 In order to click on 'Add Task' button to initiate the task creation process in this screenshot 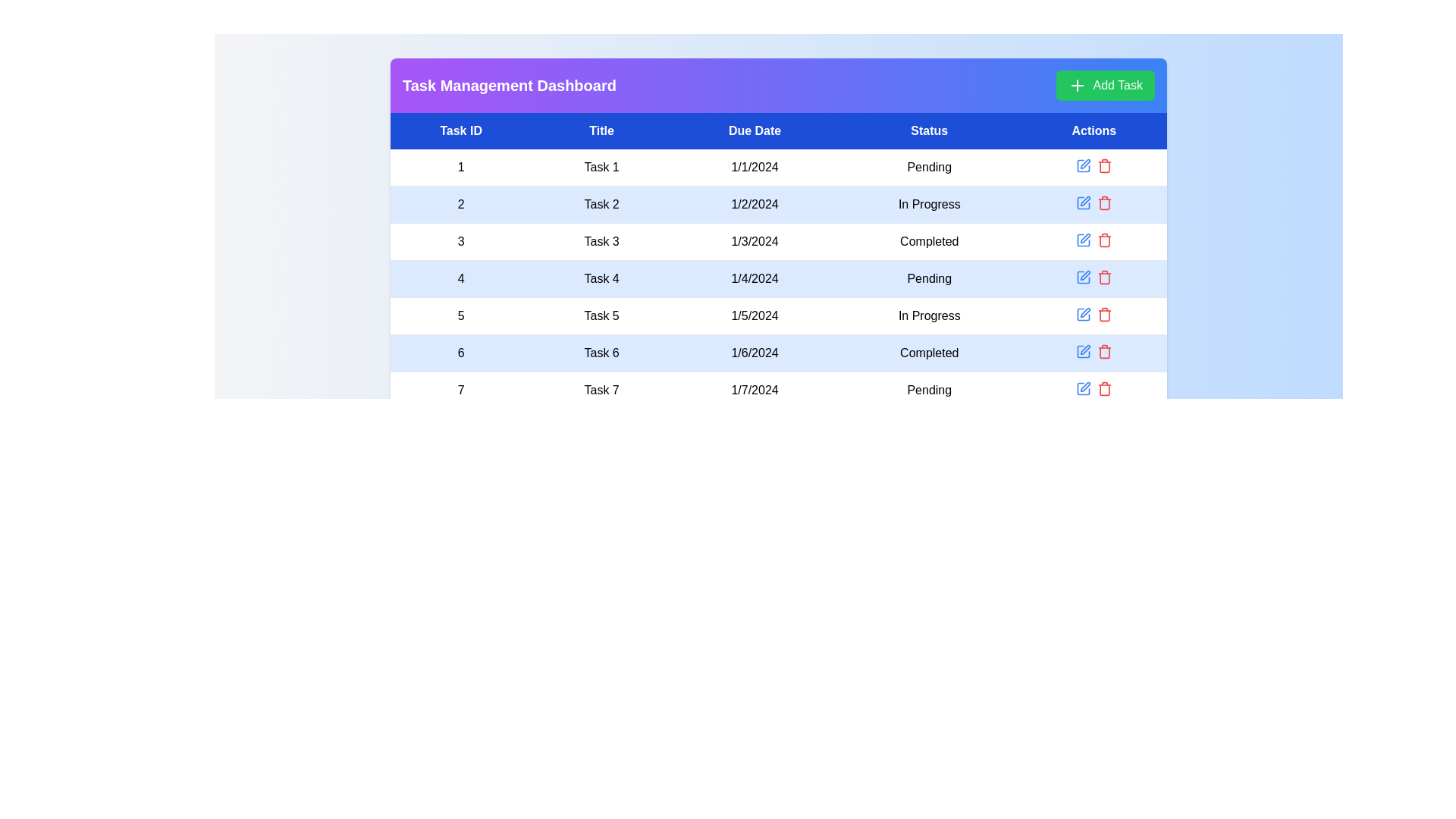, I will do `click(1106, 85)`.